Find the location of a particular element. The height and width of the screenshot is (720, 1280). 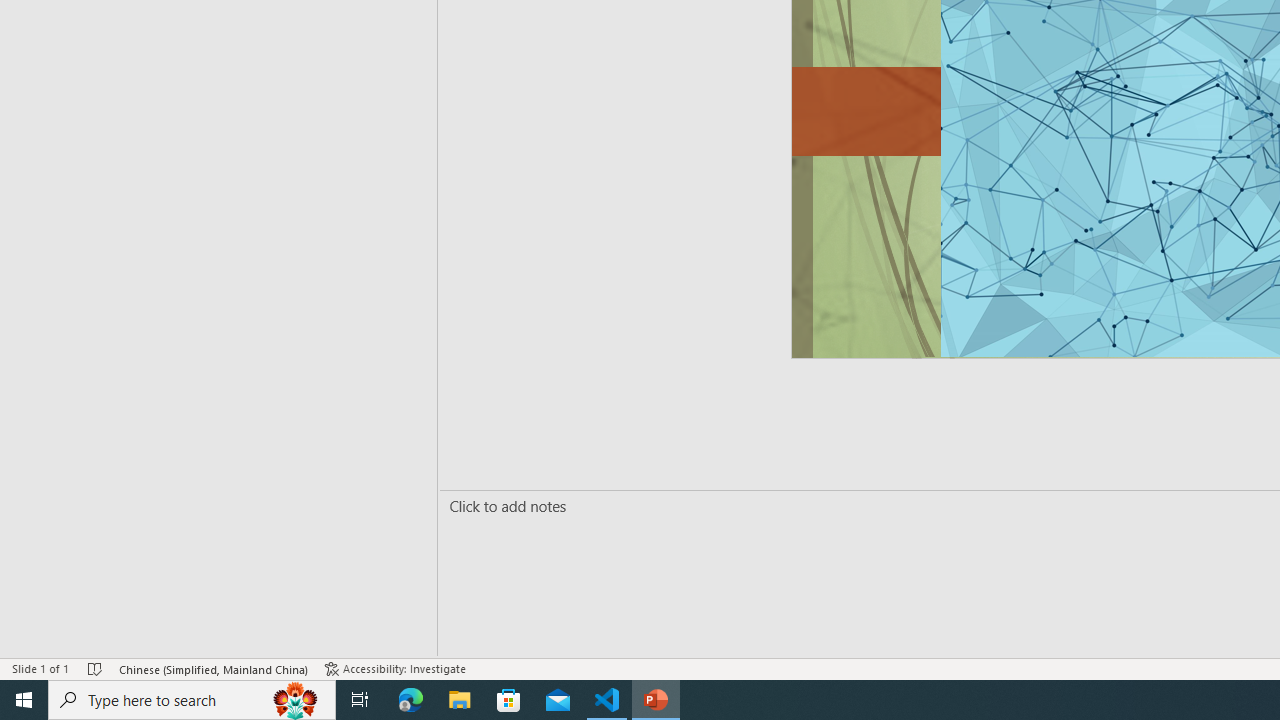

'Type here to search' is located at coordinates (192, 698).